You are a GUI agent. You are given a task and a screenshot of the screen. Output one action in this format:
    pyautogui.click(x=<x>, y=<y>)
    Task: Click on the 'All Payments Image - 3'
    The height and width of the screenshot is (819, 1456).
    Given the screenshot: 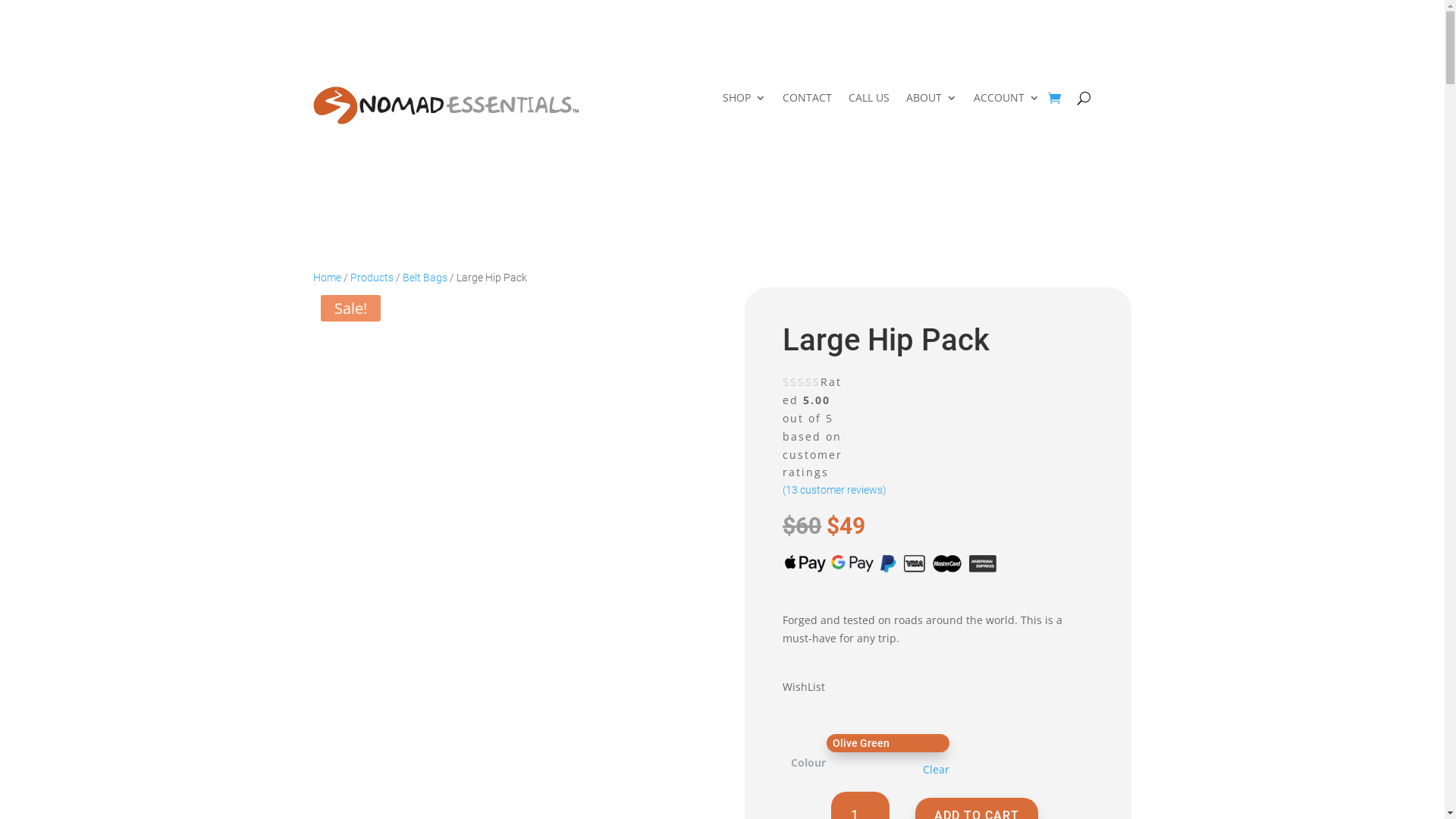 What is the action you would take?
    pyautogui.click(x=891, y=563)
    